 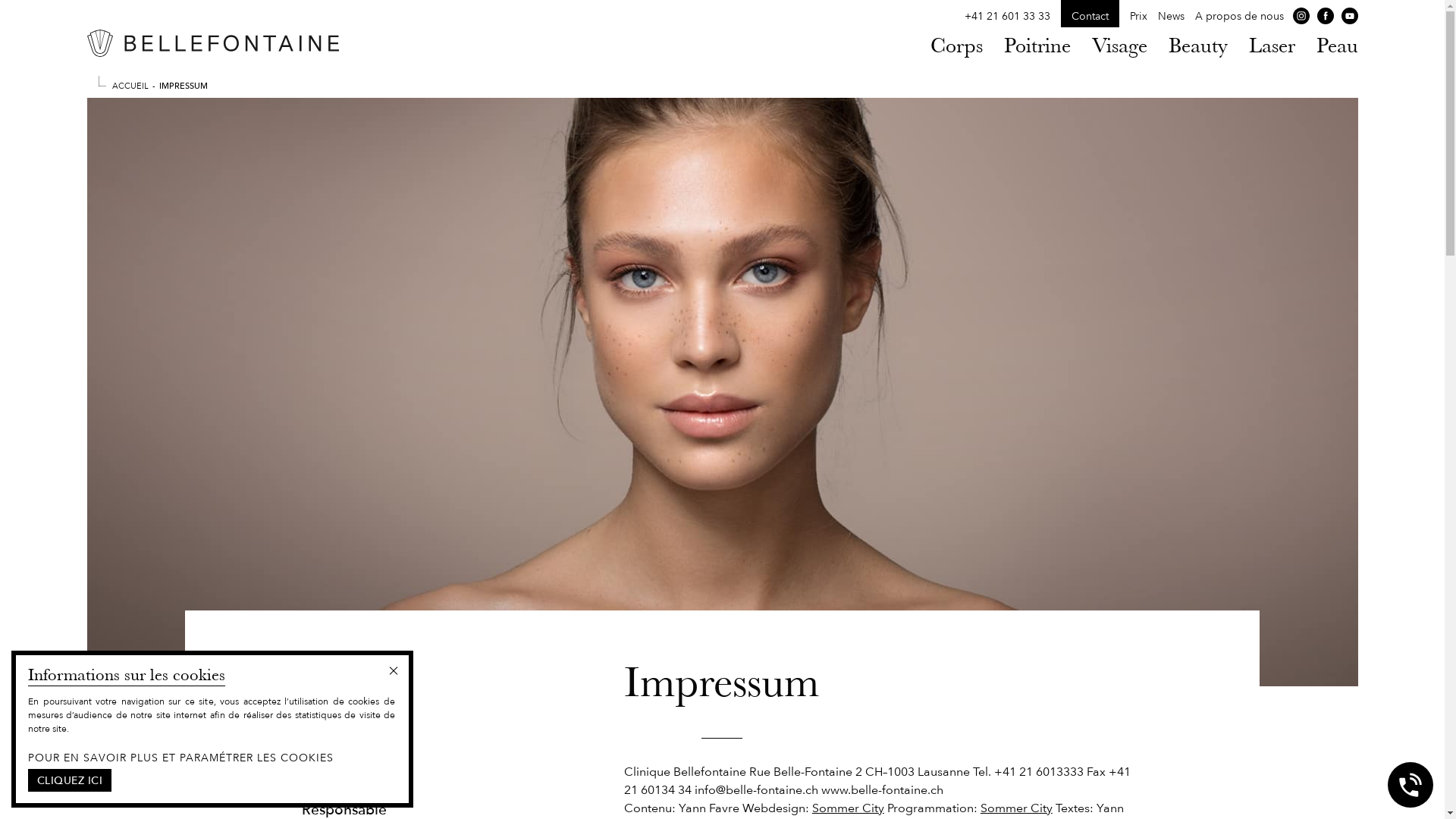 What do you see at coordinates (28, 780) in the screenshot?
I see `'CLIQUEZ ICI'` at bounding box center [28, 780].